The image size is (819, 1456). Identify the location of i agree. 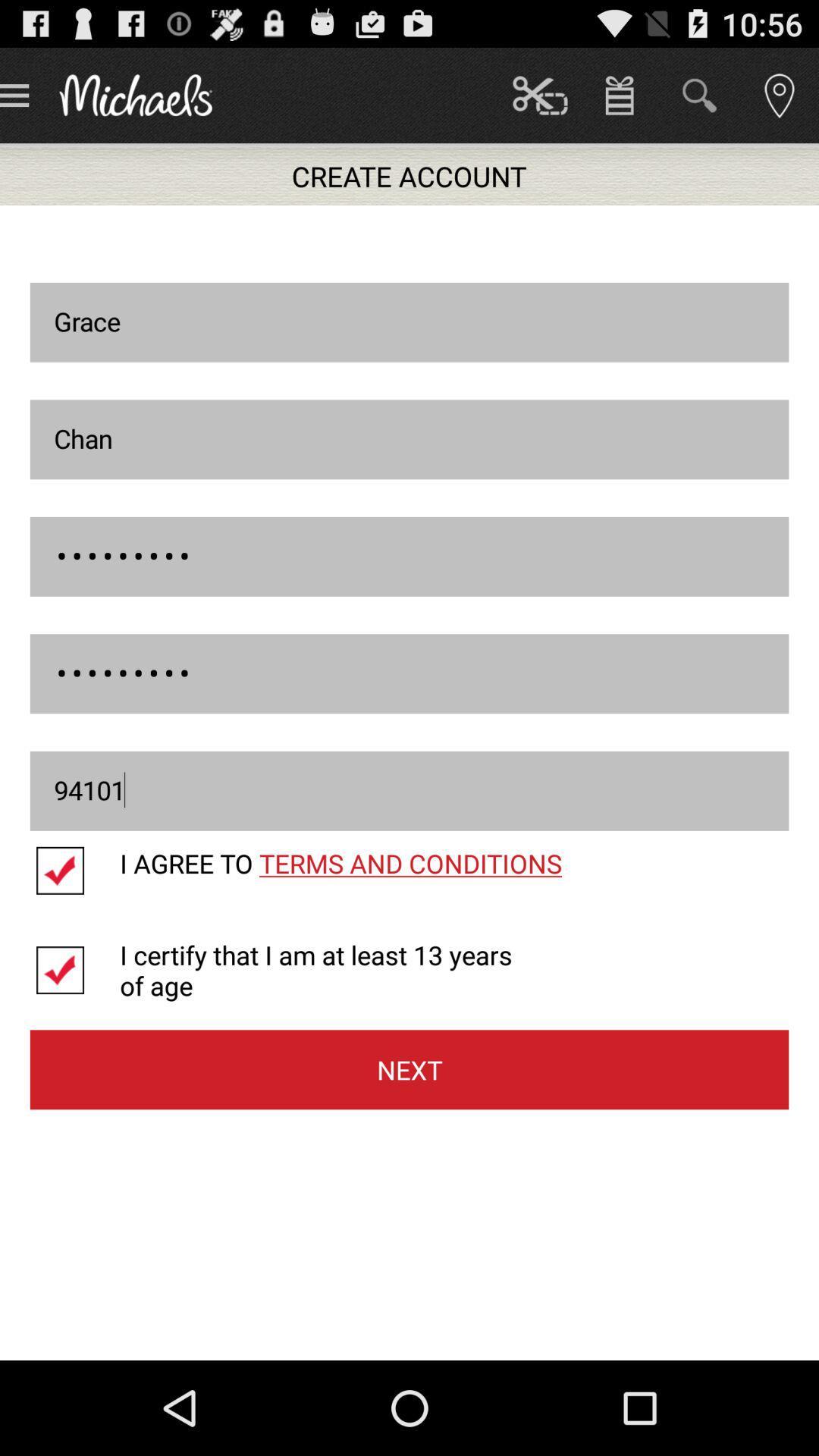
(75, 871).